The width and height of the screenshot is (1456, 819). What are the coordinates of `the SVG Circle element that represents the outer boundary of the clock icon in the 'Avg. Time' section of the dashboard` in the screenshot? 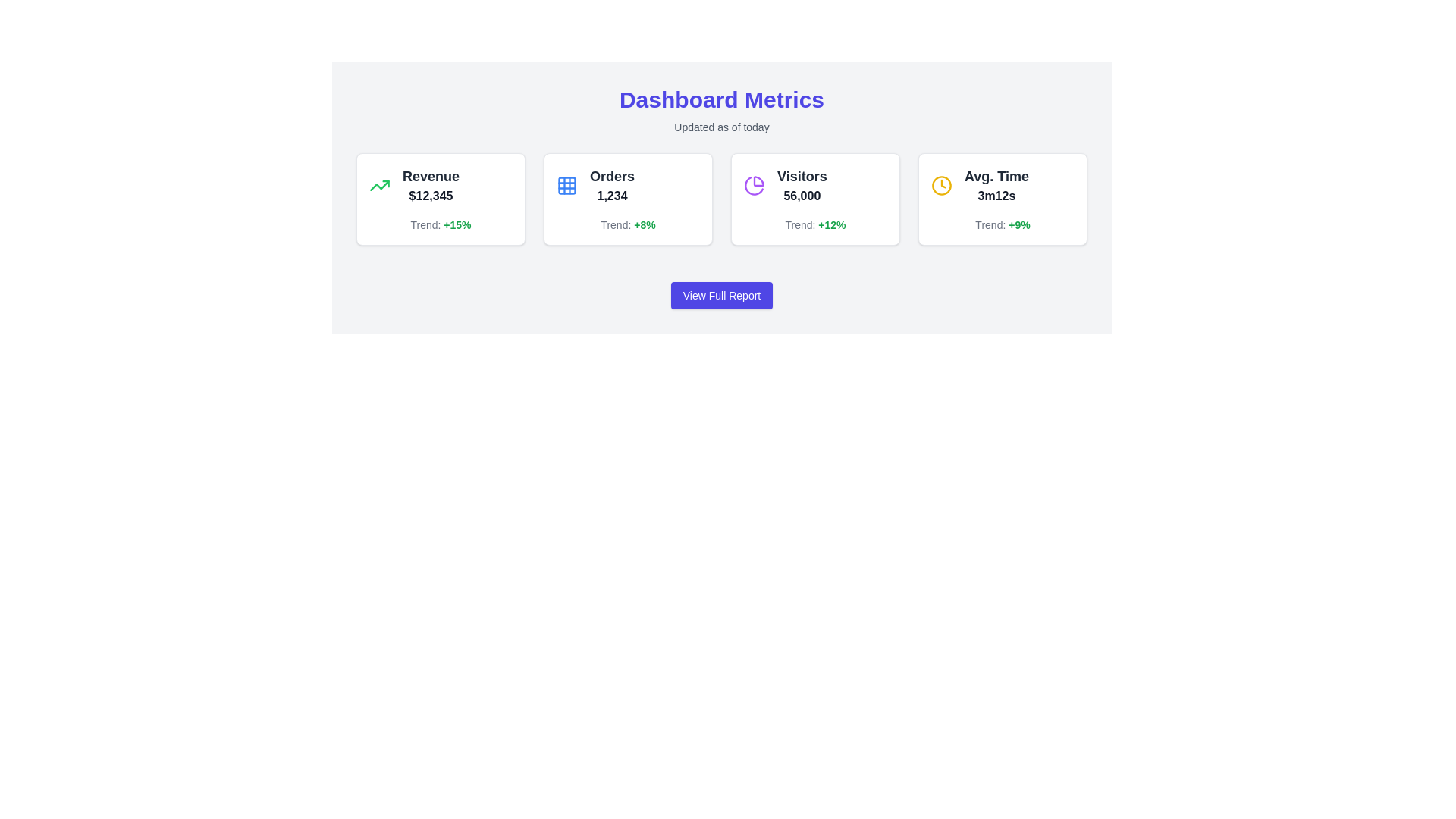 It's located at (941, 184).